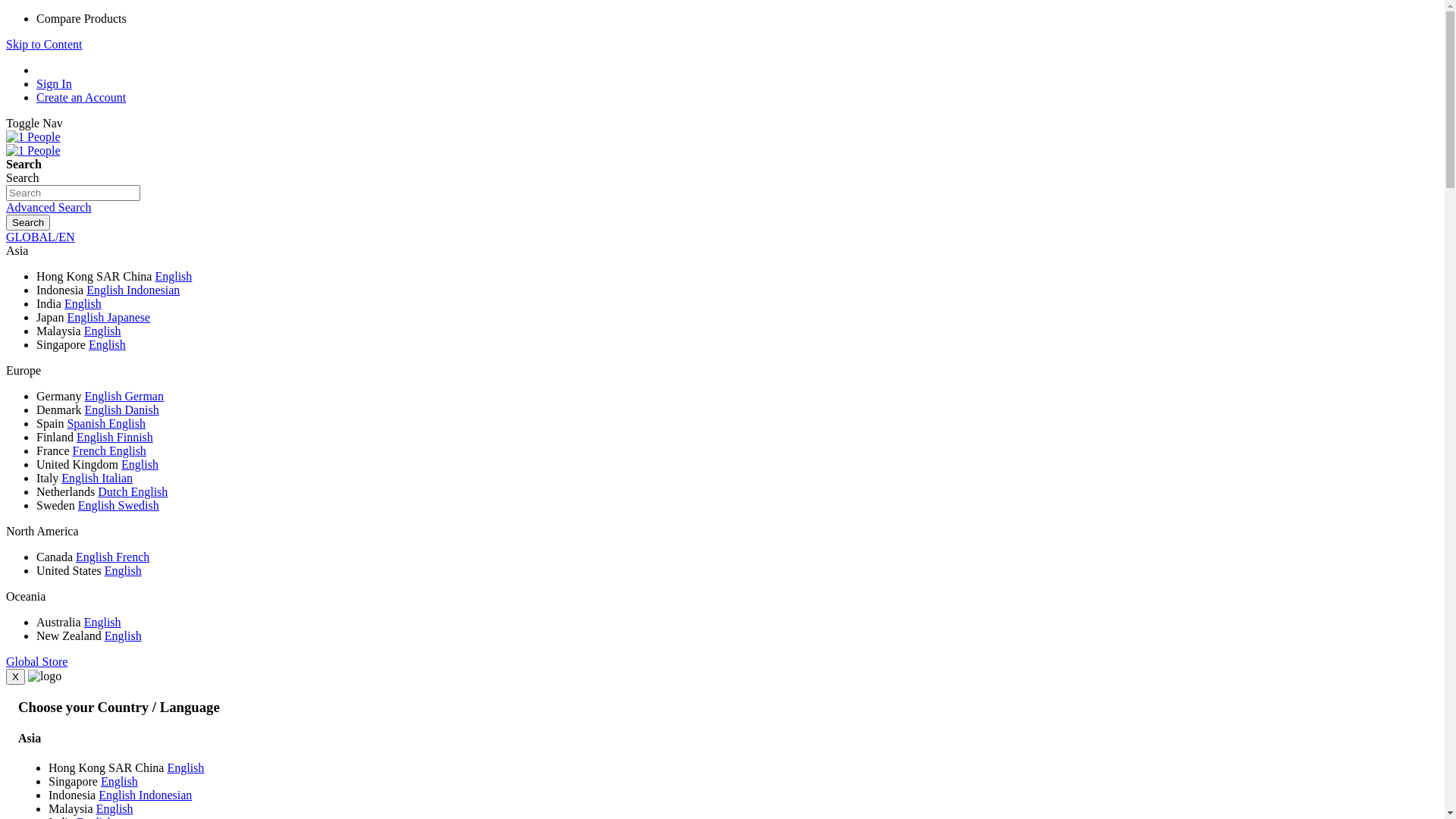 Image resolution: width=1456 pixels, height=819 pixels. Describe the element at coordinates (106, 344) in the screenshot. I see `'English'` at that location.